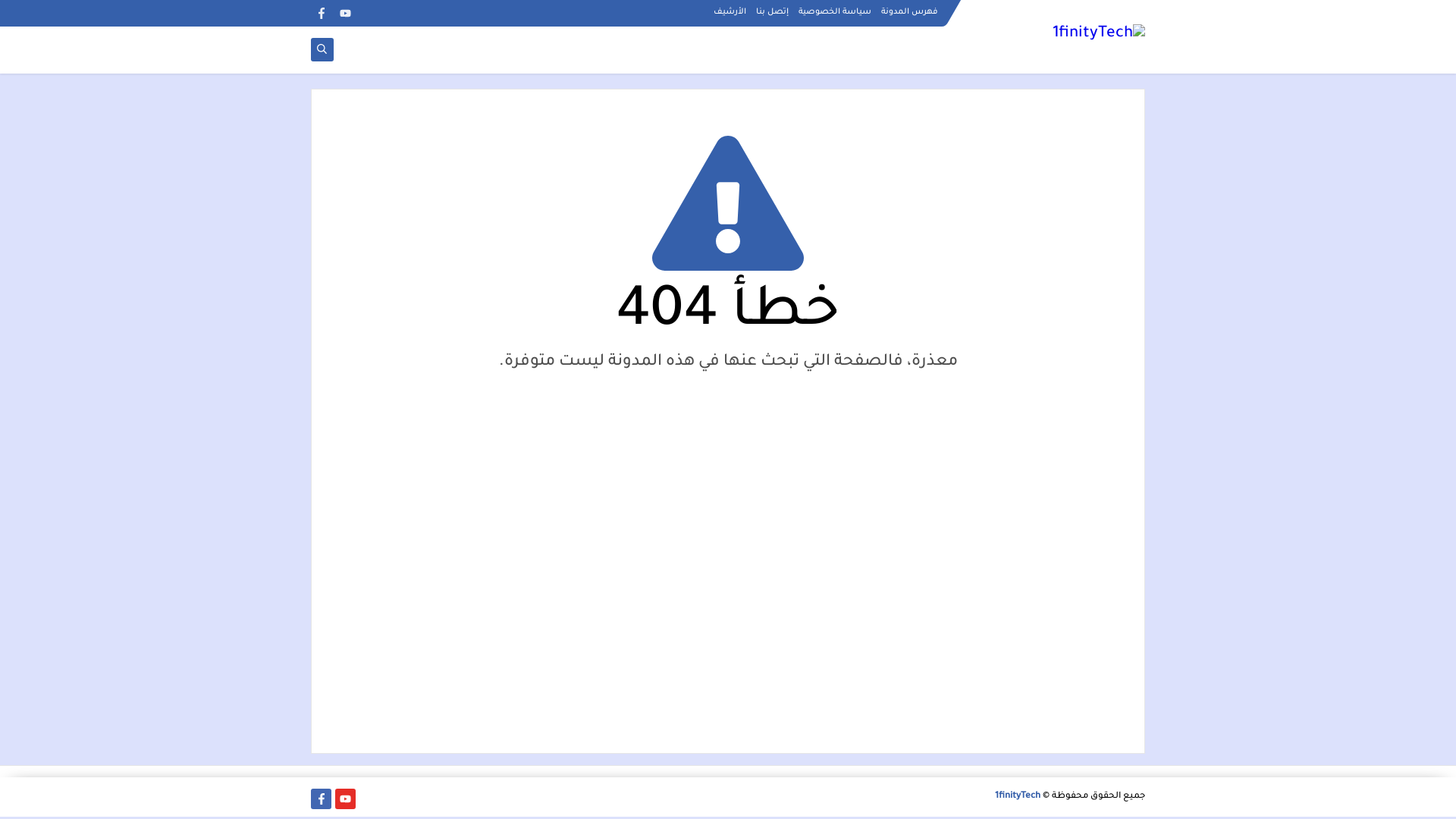  What do you see at coordinates (994, 795) in the screenshot?
I see `'1finityTech'` at bounding box center [994, 795].